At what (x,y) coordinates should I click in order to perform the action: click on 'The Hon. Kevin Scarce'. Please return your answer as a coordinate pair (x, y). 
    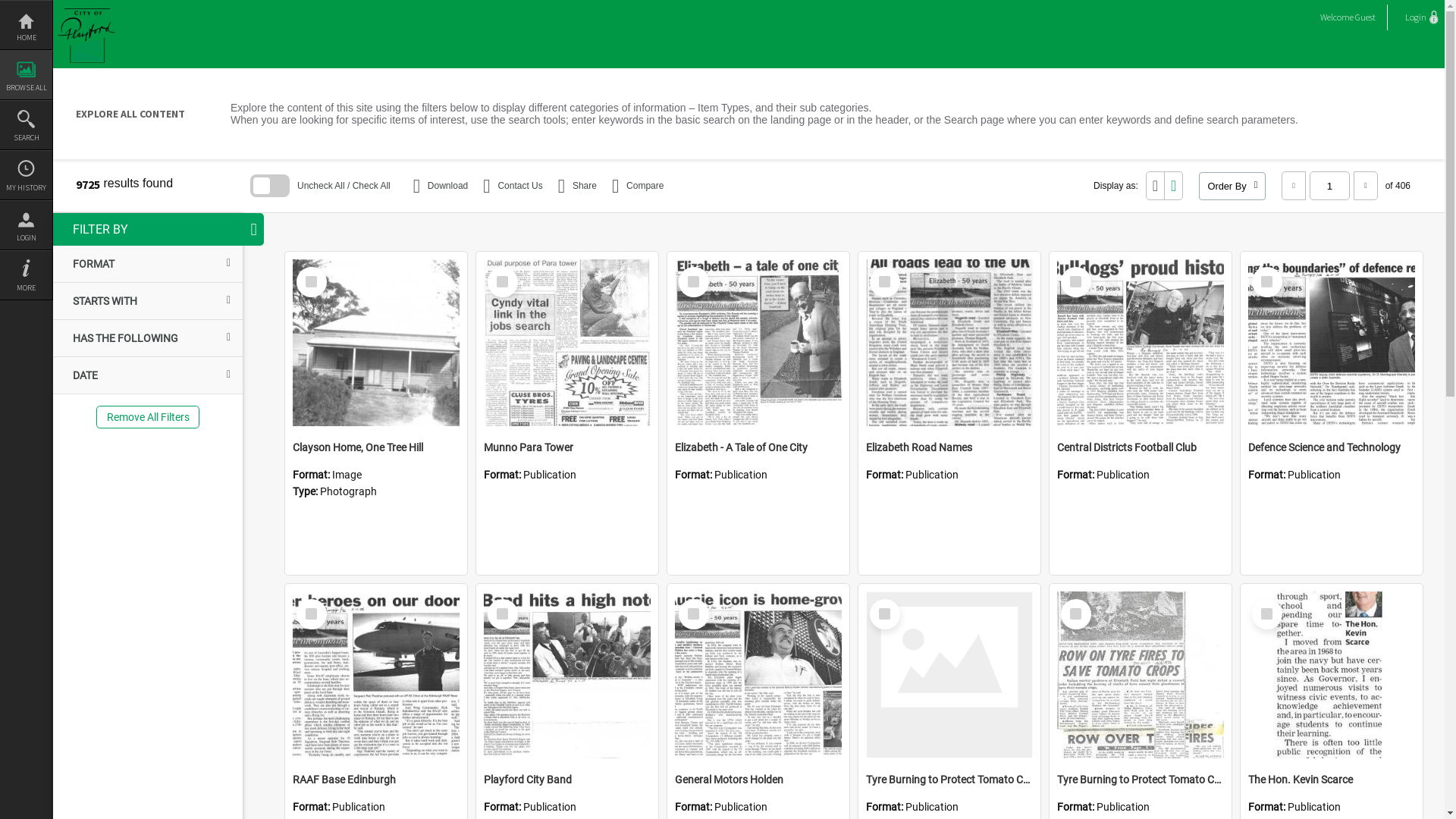
    Looking at the image, I should click on (1331, 780).